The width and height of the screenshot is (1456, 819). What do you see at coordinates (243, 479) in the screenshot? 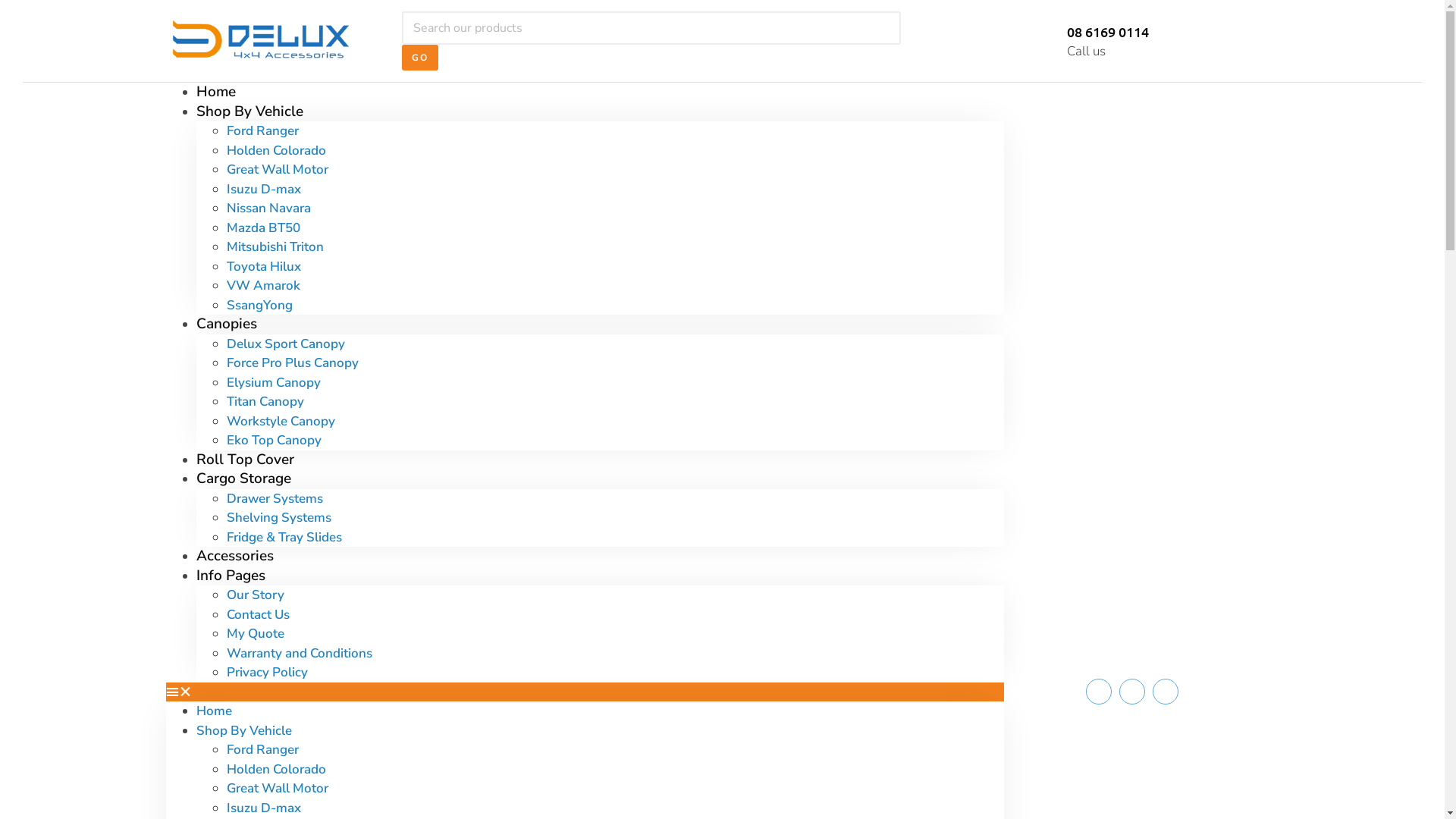
I see `'Cargo Storage'` at bounding box center [243, 479].